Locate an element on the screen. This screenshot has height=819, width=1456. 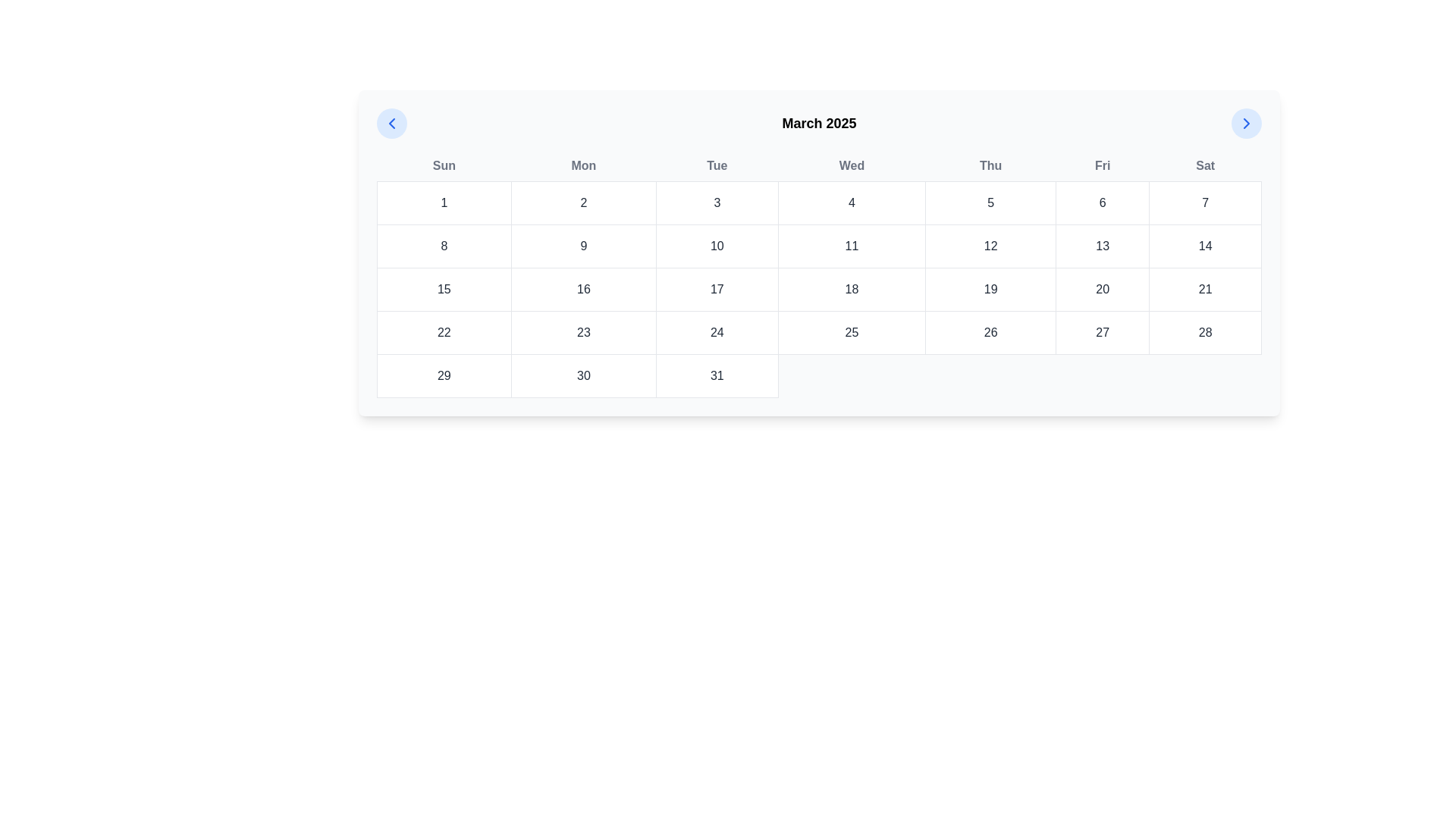
the second row of the calendar grid, which represents the week with dates '1' to '7' is located at coordinates (818, 245).